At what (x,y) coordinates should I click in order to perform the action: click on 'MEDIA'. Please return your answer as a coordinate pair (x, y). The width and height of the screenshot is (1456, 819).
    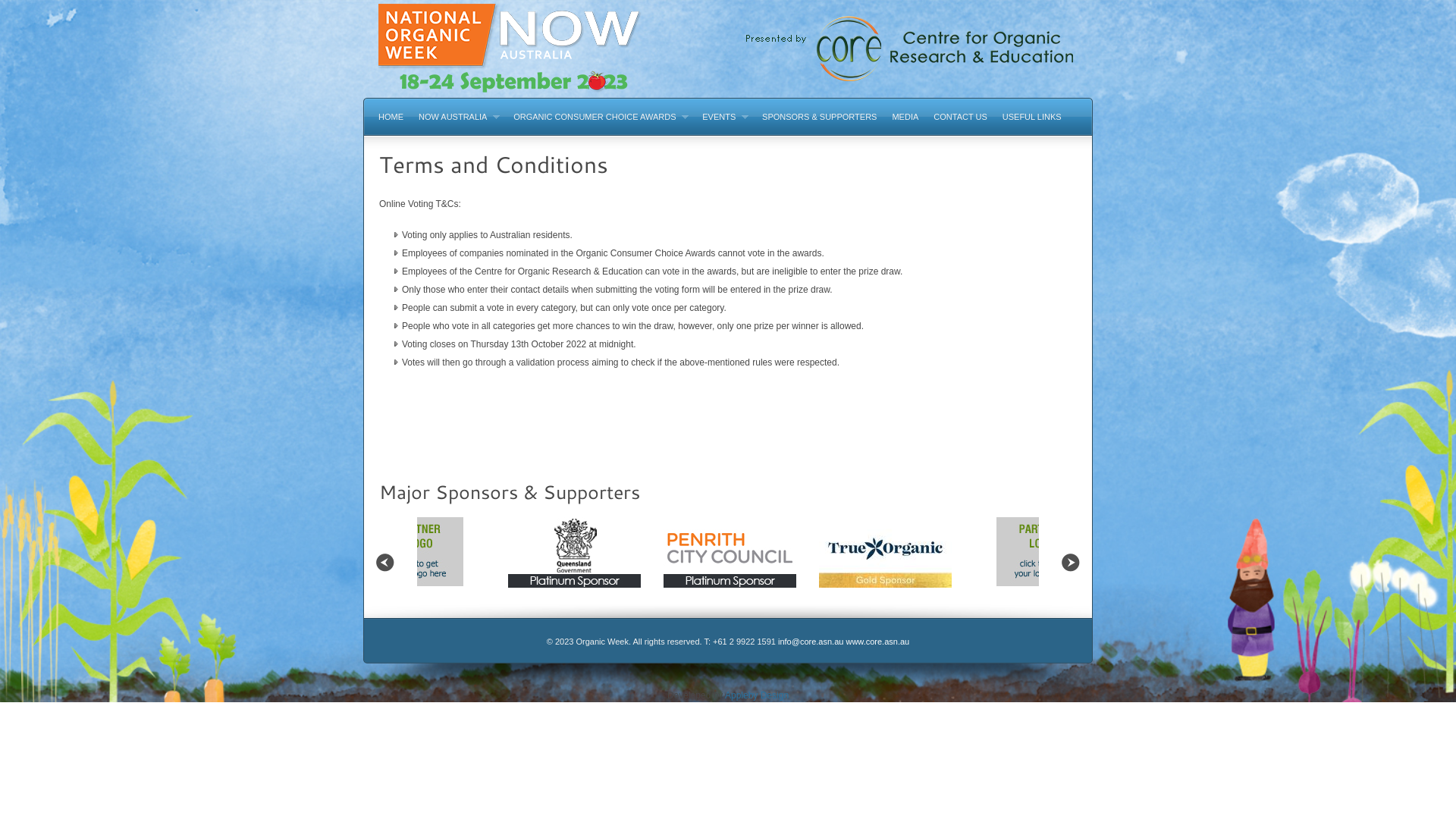
    Looking at the image, I should click on (884, 115).